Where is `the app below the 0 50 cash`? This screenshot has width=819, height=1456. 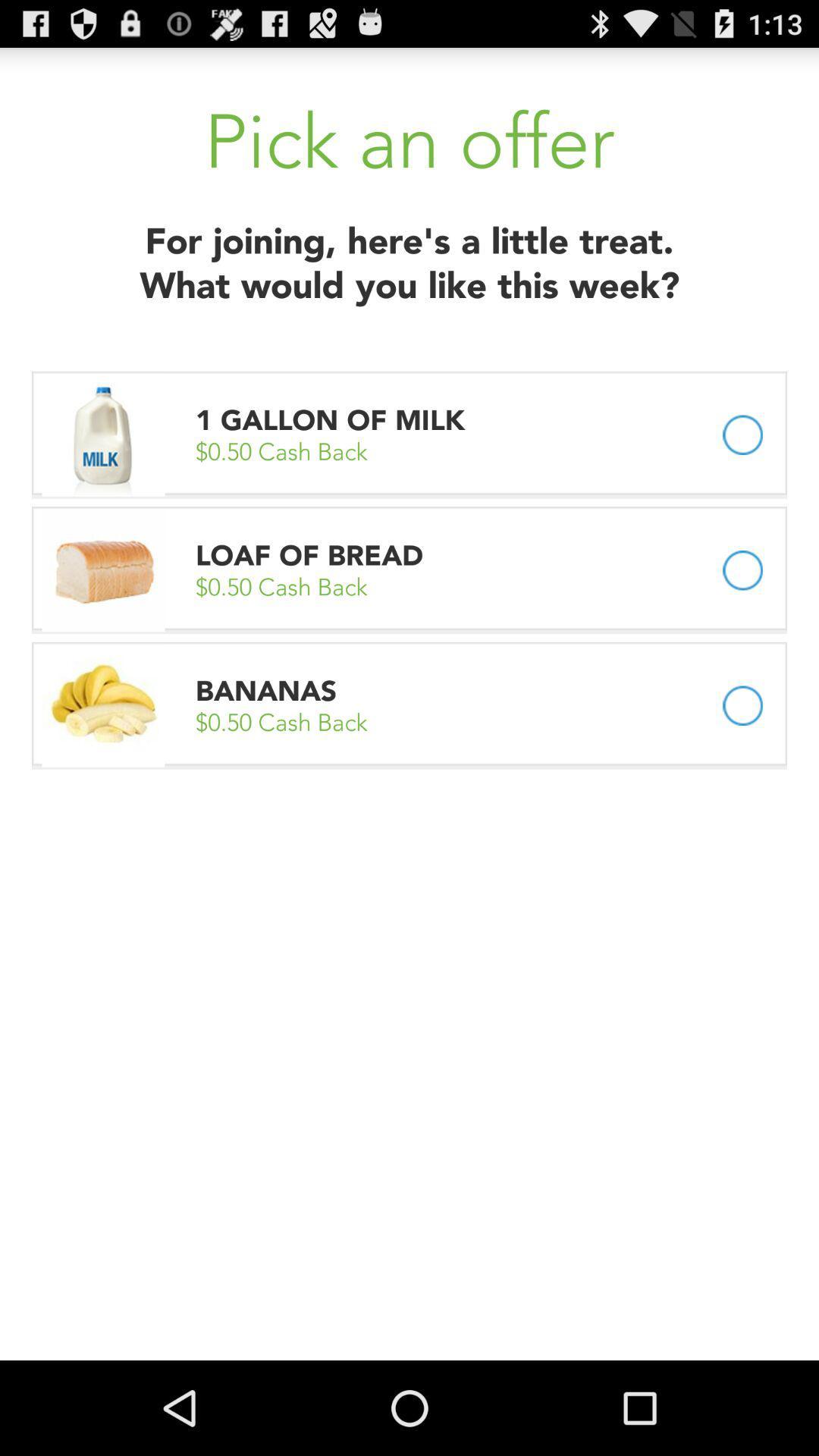
the app below the 0 50 cash is located at coordinates (309, 554).